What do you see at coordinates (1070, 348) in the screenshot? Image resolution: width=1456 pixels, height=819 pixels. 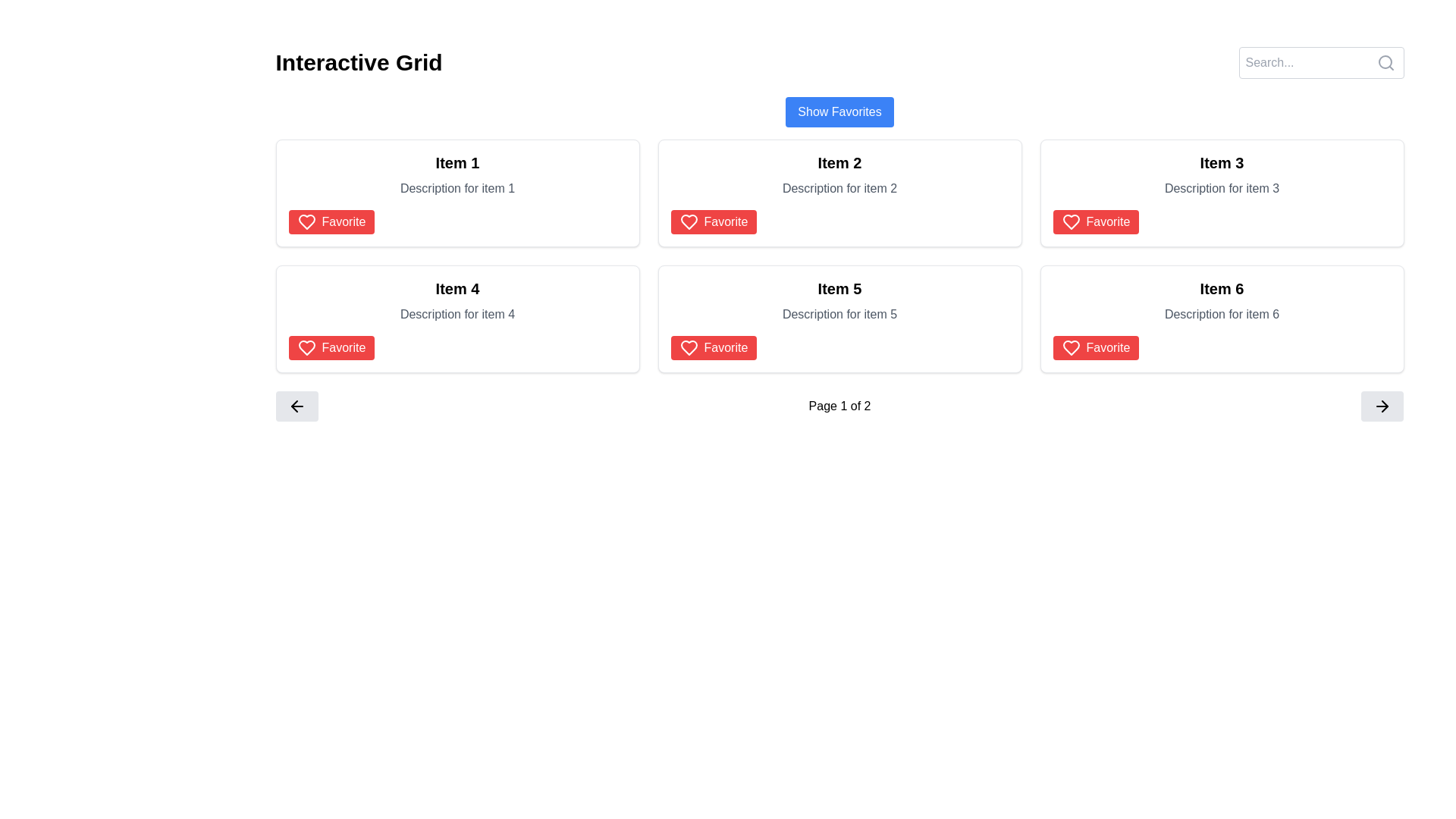 I see `the heart-shaped icon filled with red color located in the card for 'Item 6' in the second row of the grid layout, near the label 'Favorite.'` at bounding box center [1070, 348].